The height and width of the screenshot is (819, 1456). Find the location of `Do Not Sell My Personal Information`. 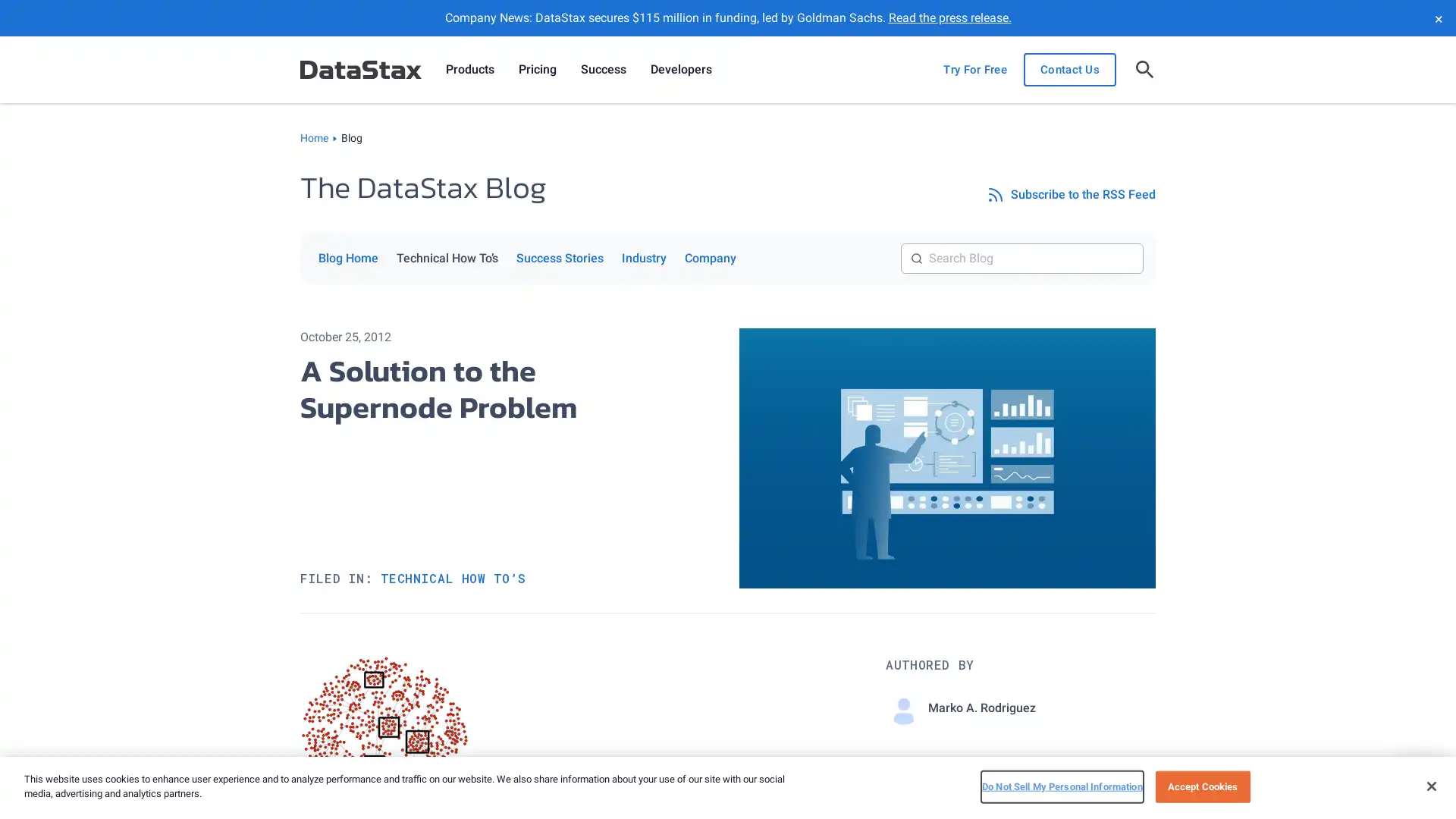

Do Not Sell My Personal Information is located at coordinates (1061, 786).